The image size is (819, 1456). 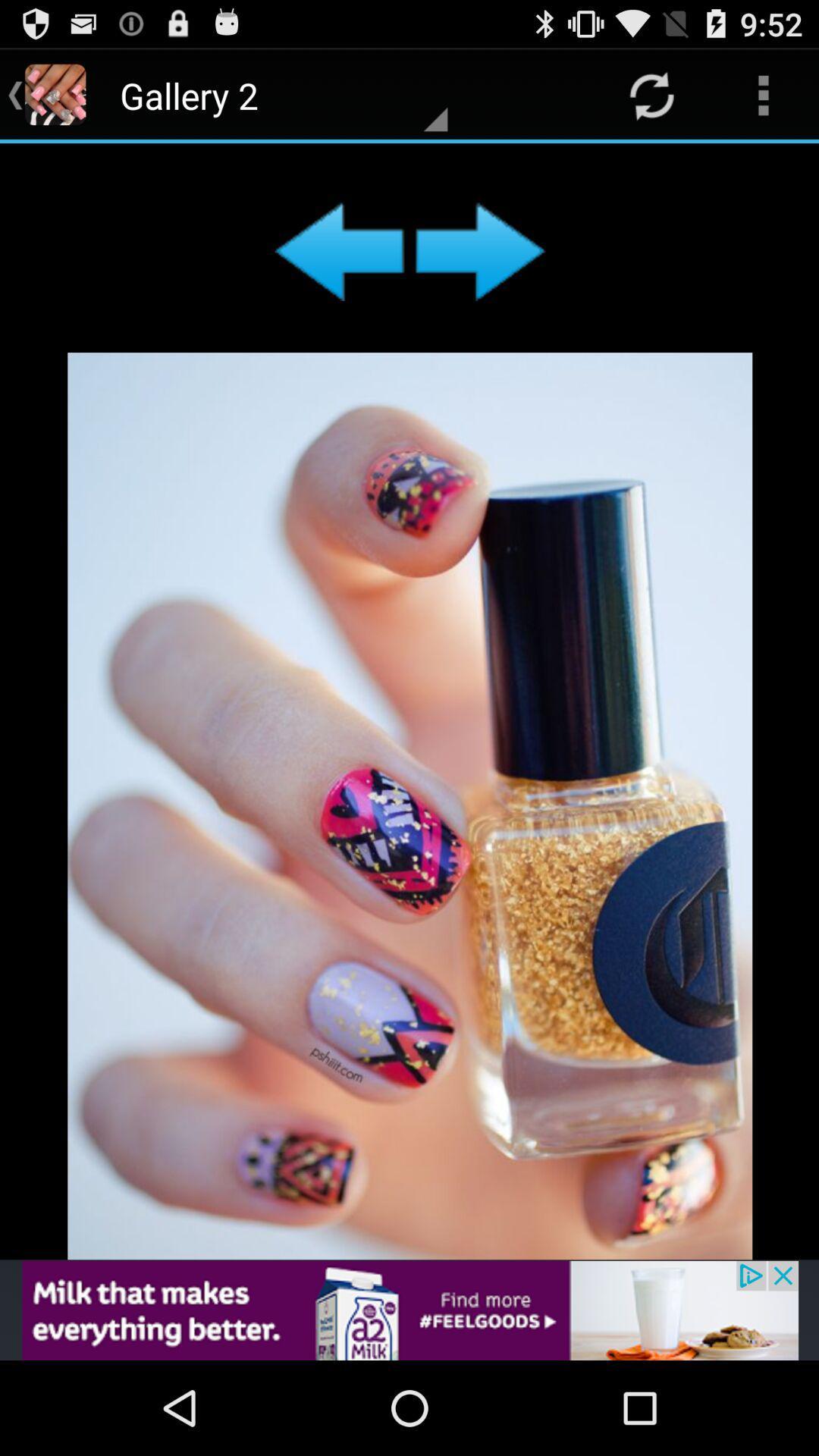 What do you see at coordinates (409, 1310) in the screenshot?
I see `advertisement page` at bounding box center [409, 1310].